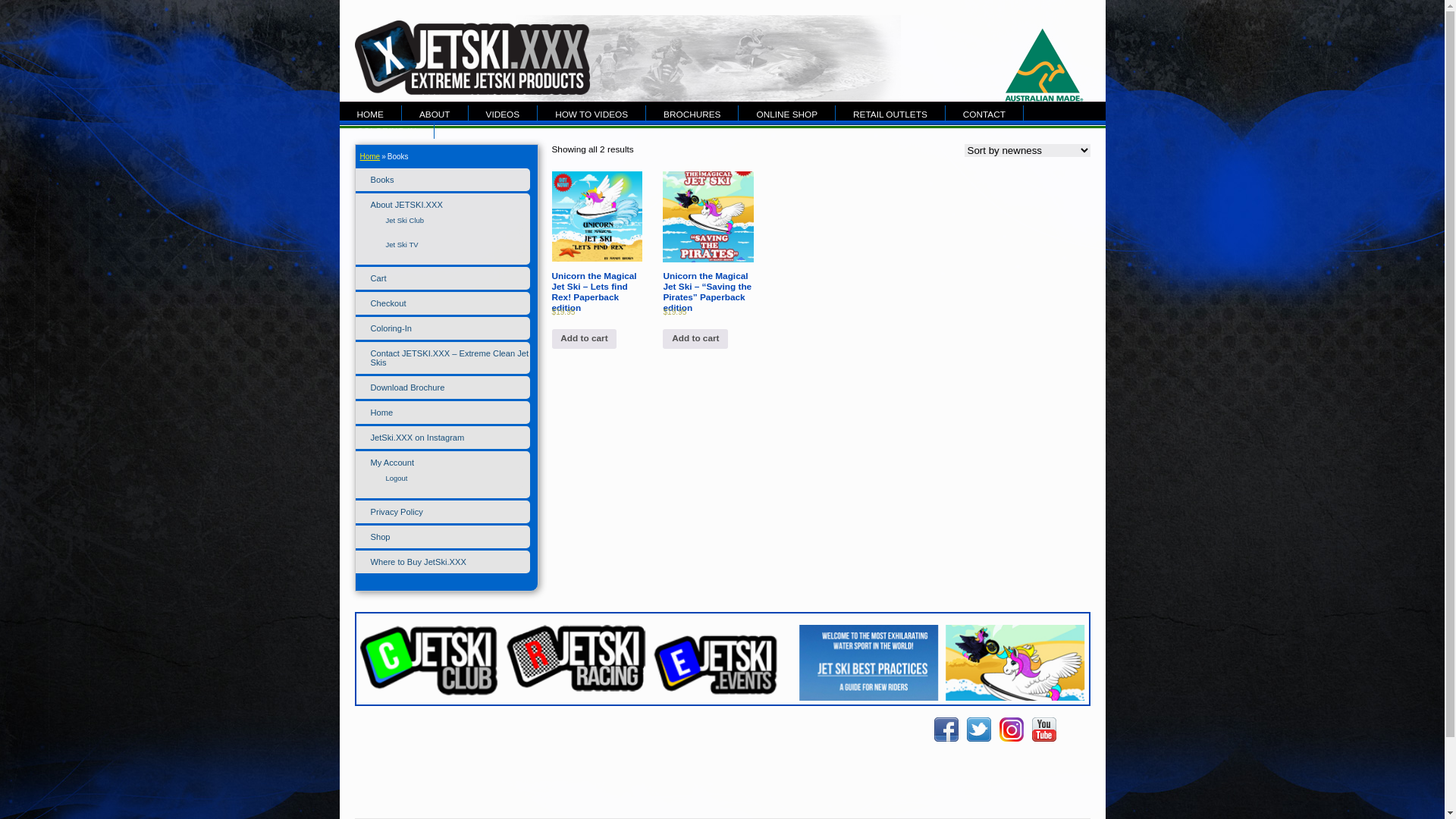 The image size is (1456, 819). Describe the element at coordinates (401, 243) in the screenshot. I see `'Jet Ski TV'` at that location.